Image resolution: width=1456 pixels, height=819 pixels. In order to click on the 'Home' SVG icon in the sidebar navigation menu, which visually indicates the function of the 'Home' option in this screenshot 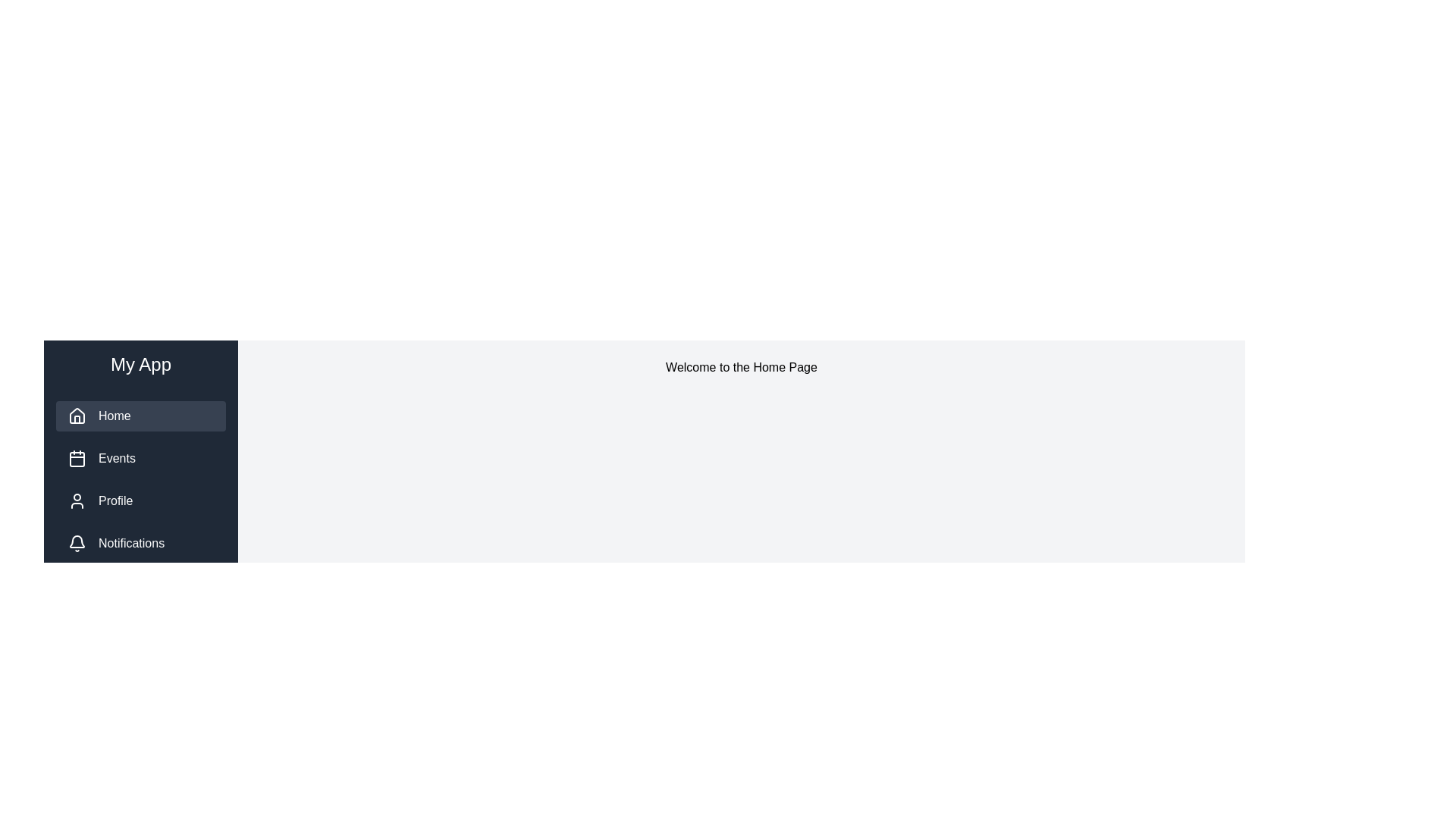, I will do `click(76, 416)`.